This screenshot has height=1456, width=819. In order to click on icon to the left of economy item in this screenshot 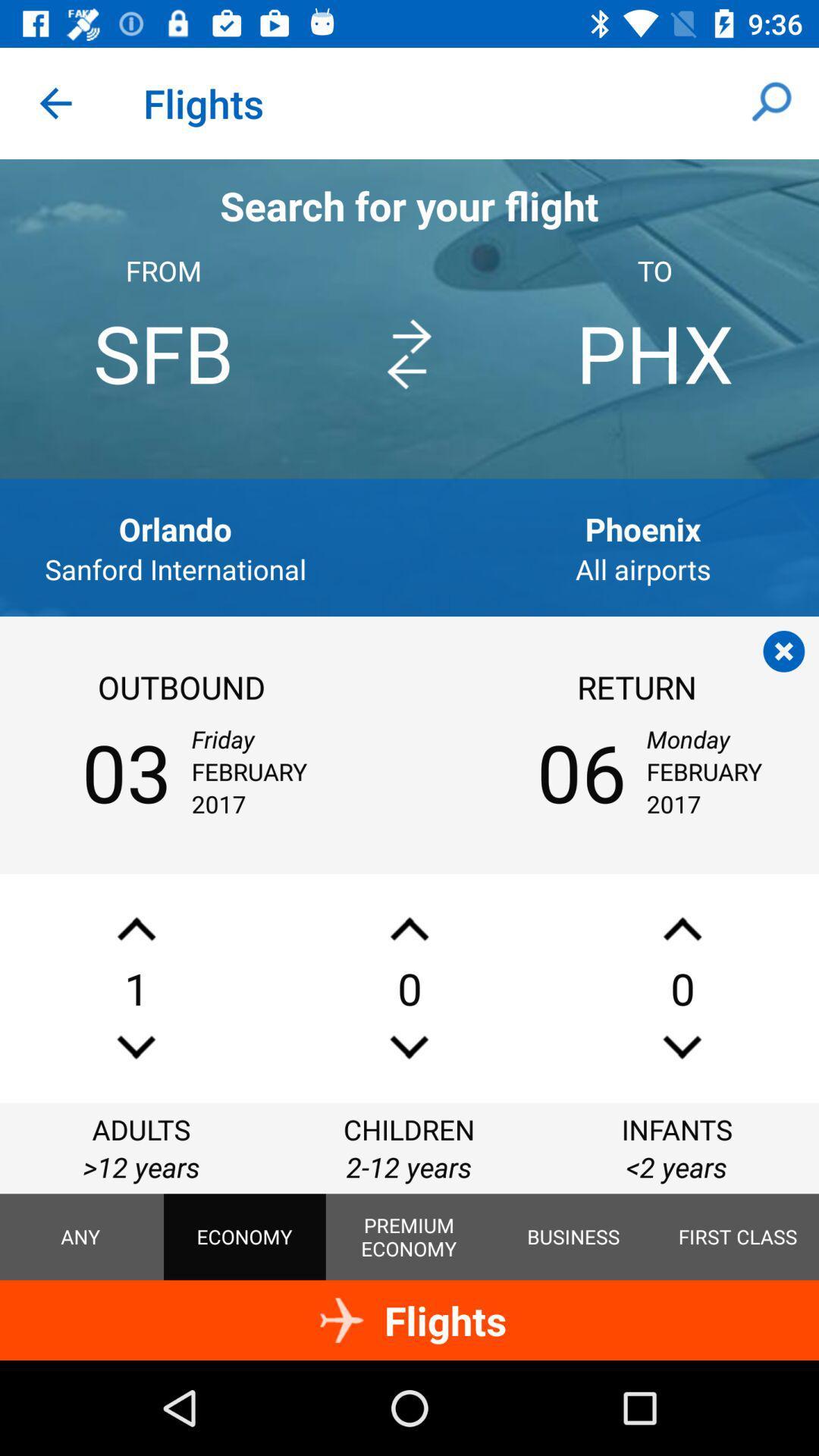, I will do `click(80, 1237)`.